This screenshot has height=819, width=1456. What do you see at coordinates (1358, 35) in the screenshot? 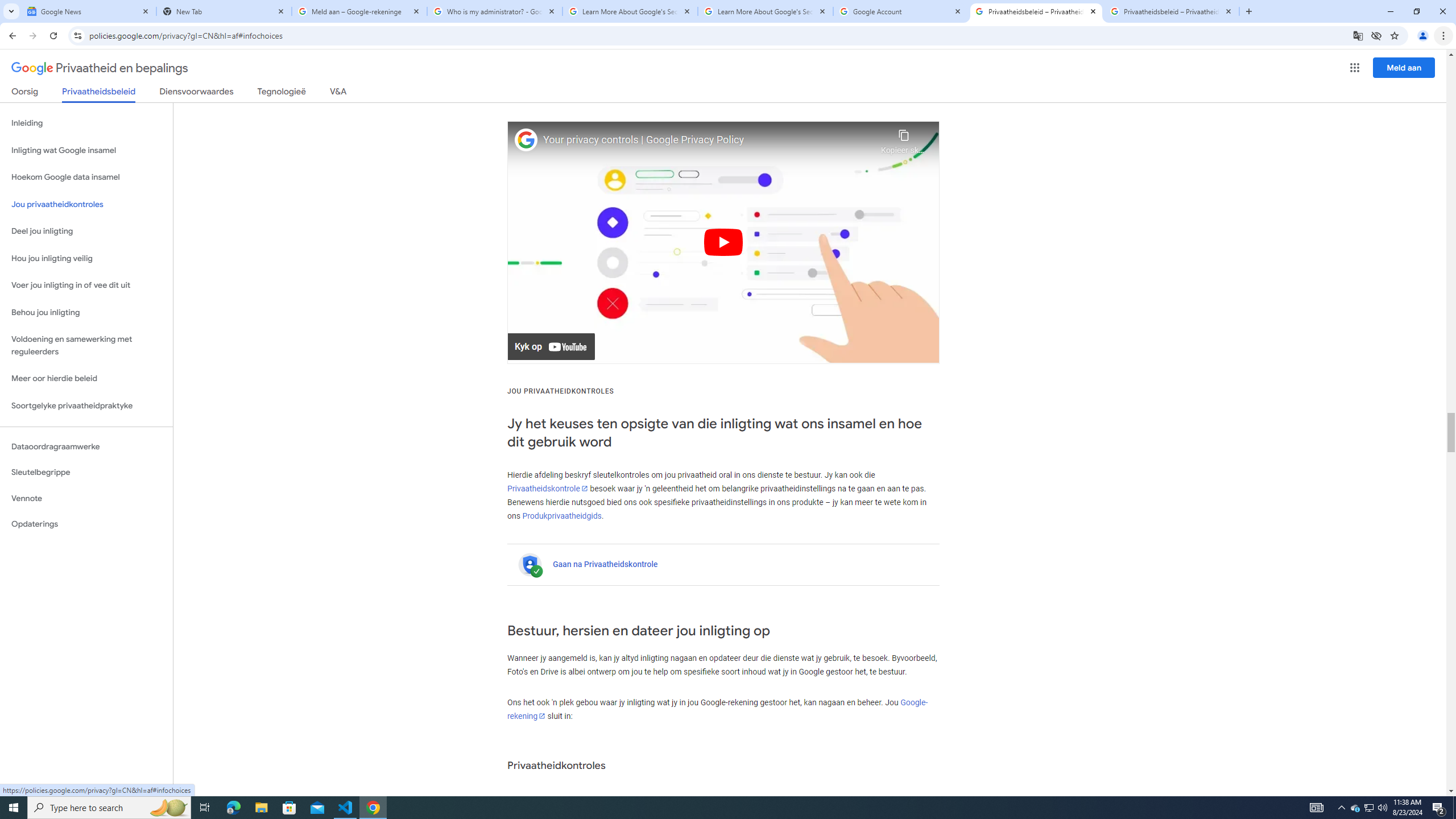
I see `'Translate this page'` at bounding box center [1358, 35].